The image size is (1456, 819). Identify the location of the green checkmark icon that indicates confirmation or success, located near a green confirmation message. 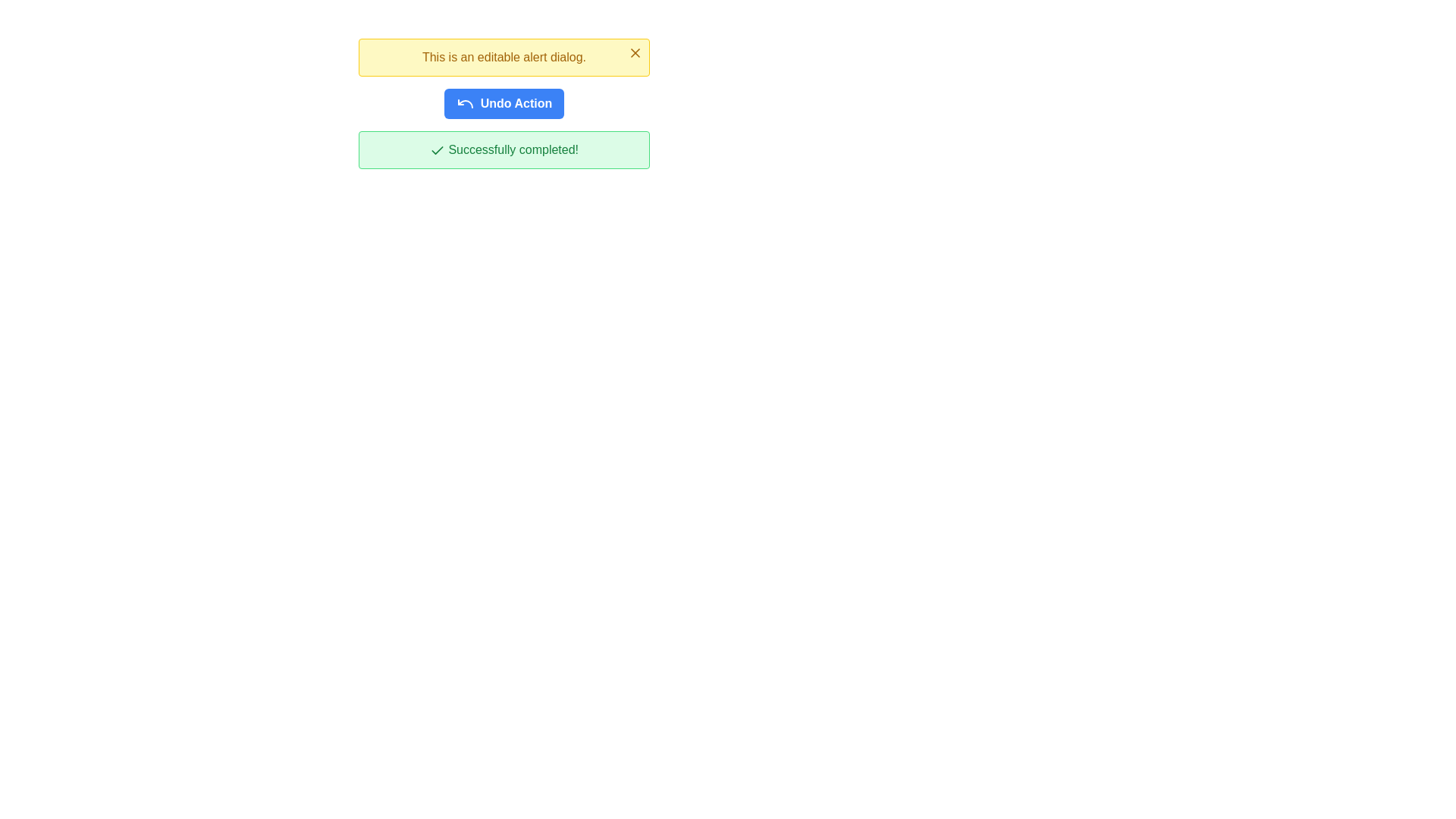
(436, 150).